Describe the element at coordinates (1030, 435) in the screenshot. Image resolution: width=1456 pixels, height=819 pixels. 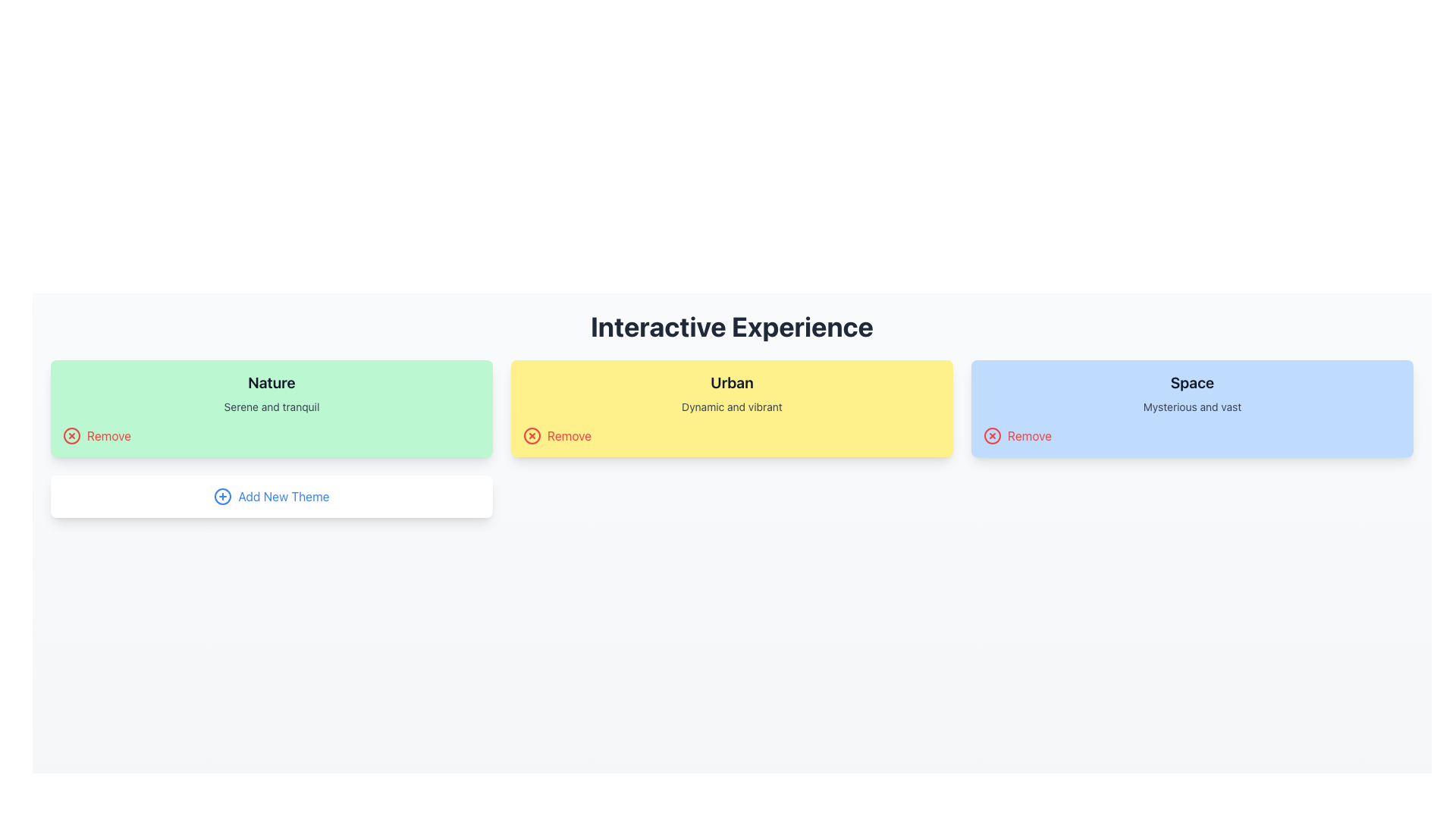
I see `the static text label 'Remove' which is rendered in red text and located to the right of a circular red icon with a white cross in the 'Space' card` at that location.